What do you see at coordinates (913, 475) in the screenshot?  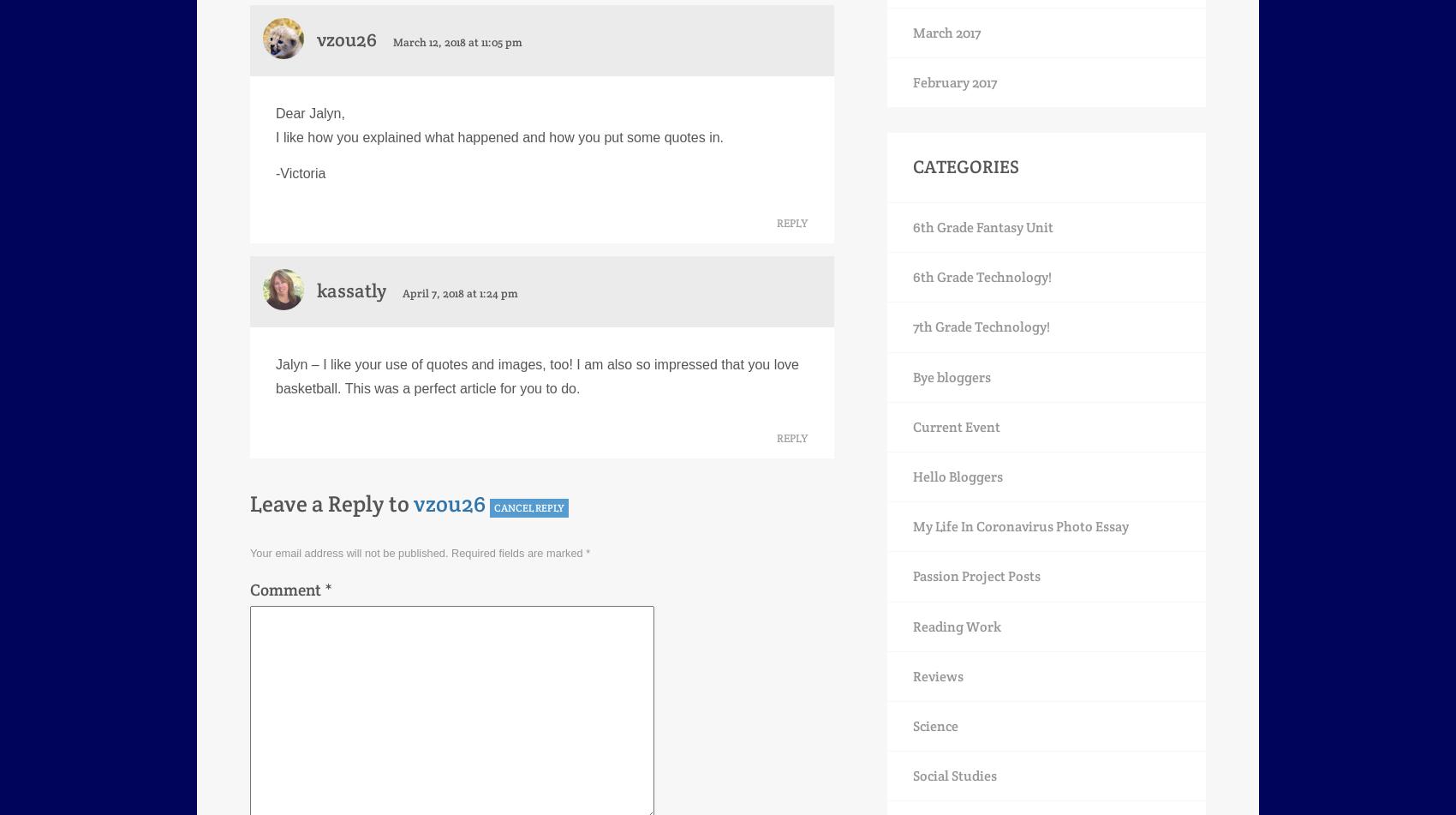 I see `'Hello Bloggers'` at bounding box center [913, 475].